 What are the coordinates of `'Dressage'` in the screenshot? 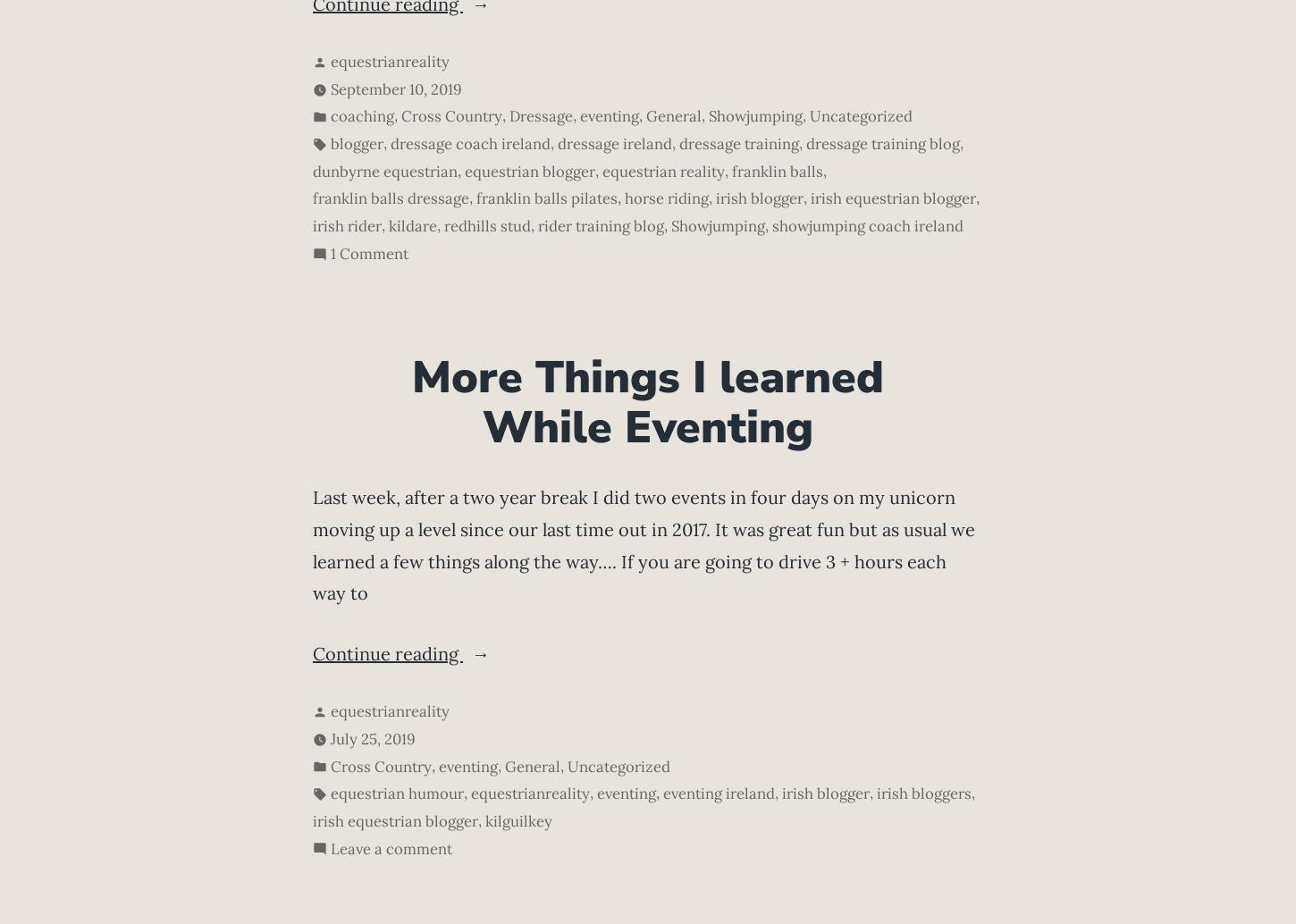 It's located at (540, 115).